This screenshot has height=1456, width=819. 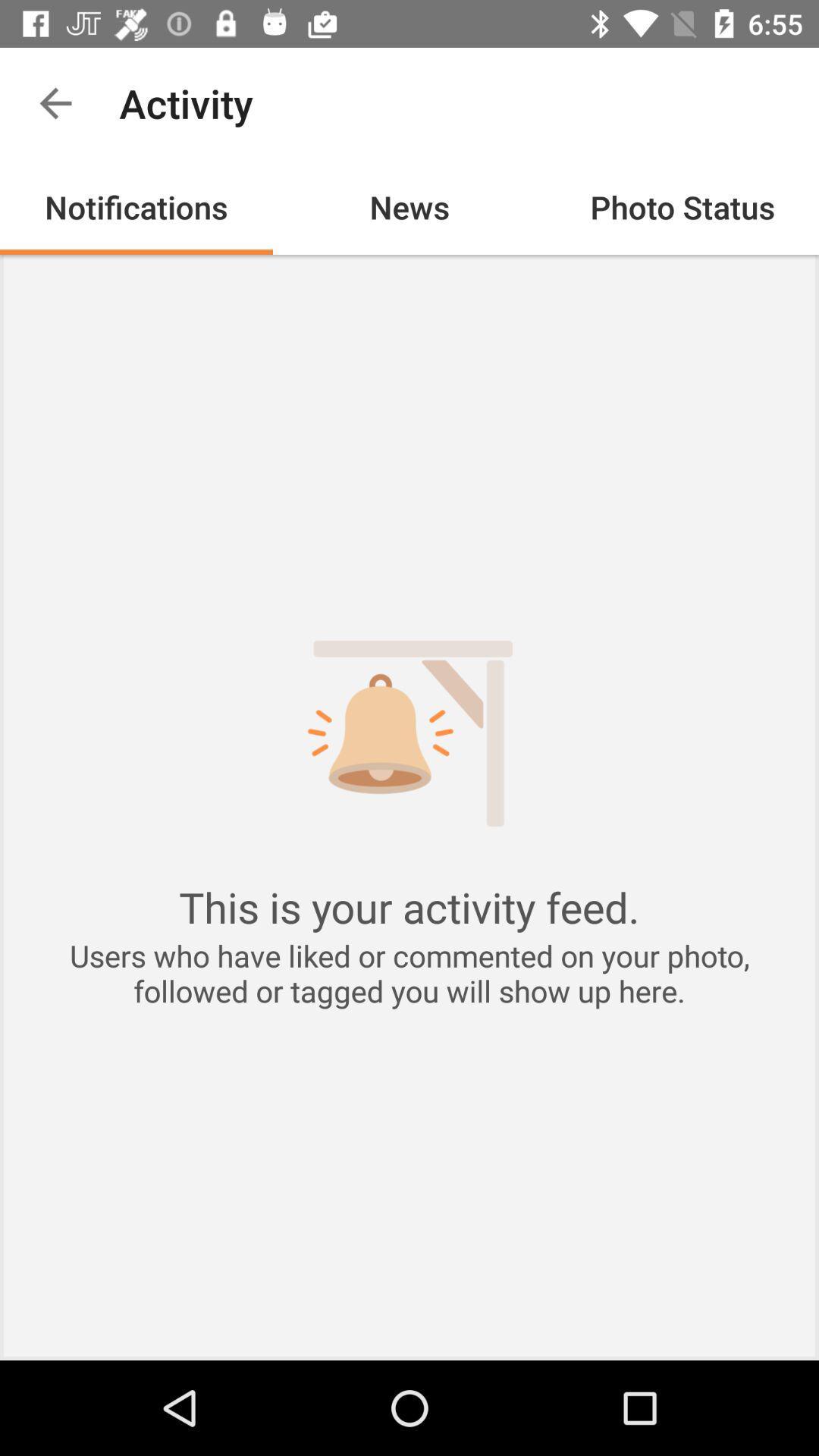 I want to click on the item to the left of the activity app, so click(x=55, y=102).